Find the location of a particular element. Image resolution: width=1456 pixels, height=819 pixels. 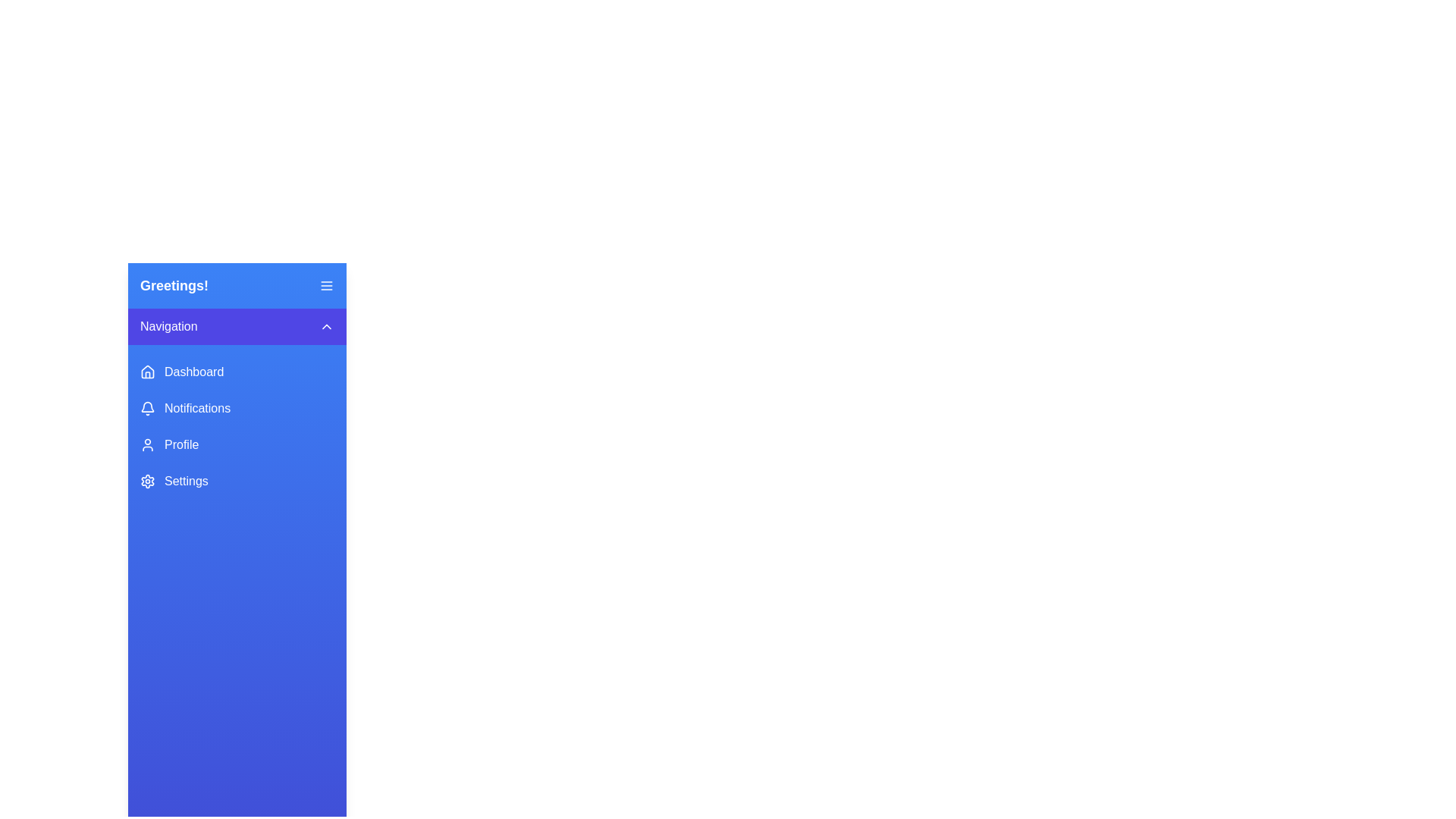

the house-shaped icon in the vertical navigation menu next to the 'Dashboard' text is located at coordinates (148, 371).